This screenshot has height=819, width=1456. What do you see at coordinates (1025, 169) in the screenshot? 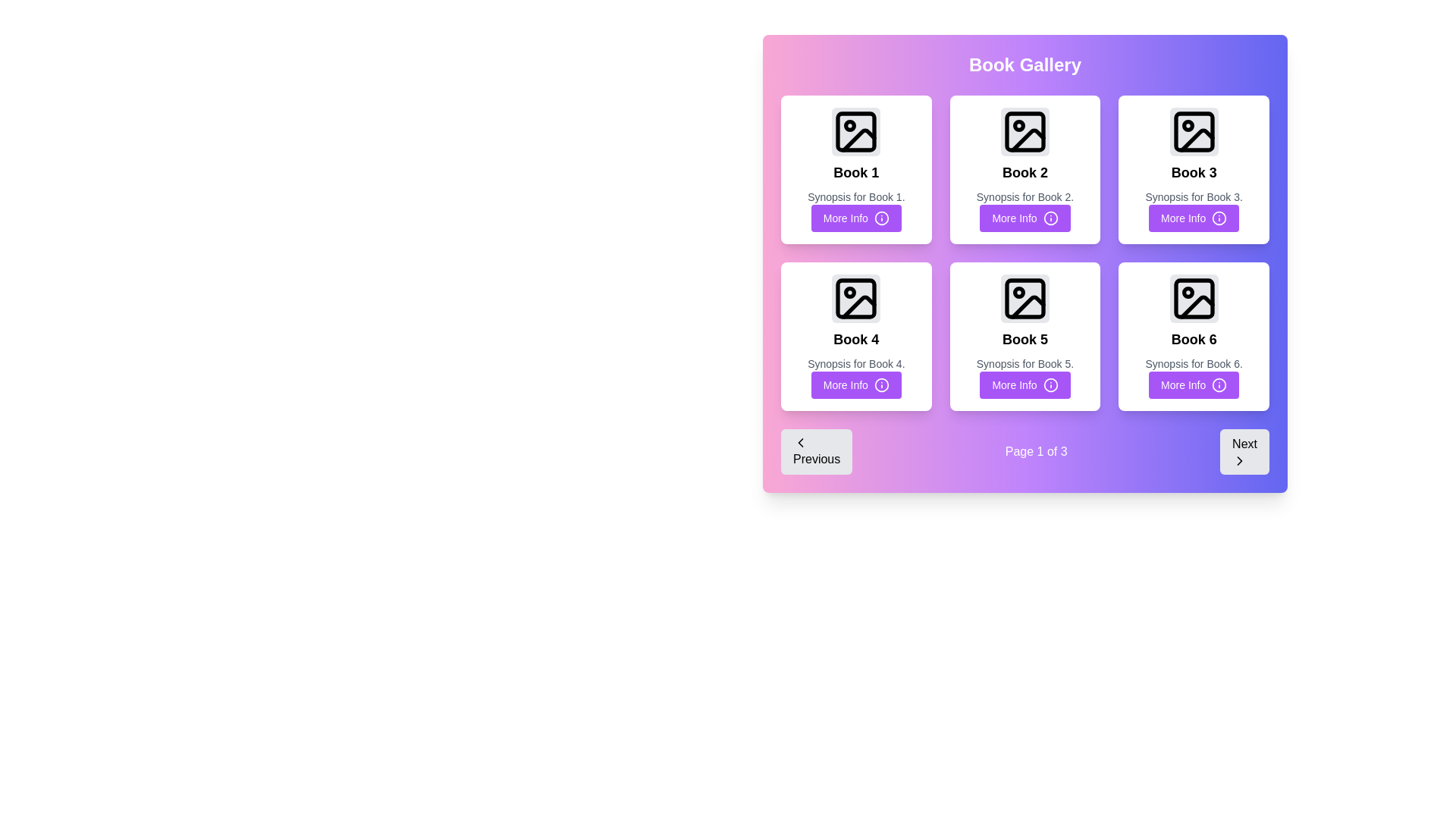
I see `the second card in the first row of the Book Gallery` at bounding box center [1025, 169].